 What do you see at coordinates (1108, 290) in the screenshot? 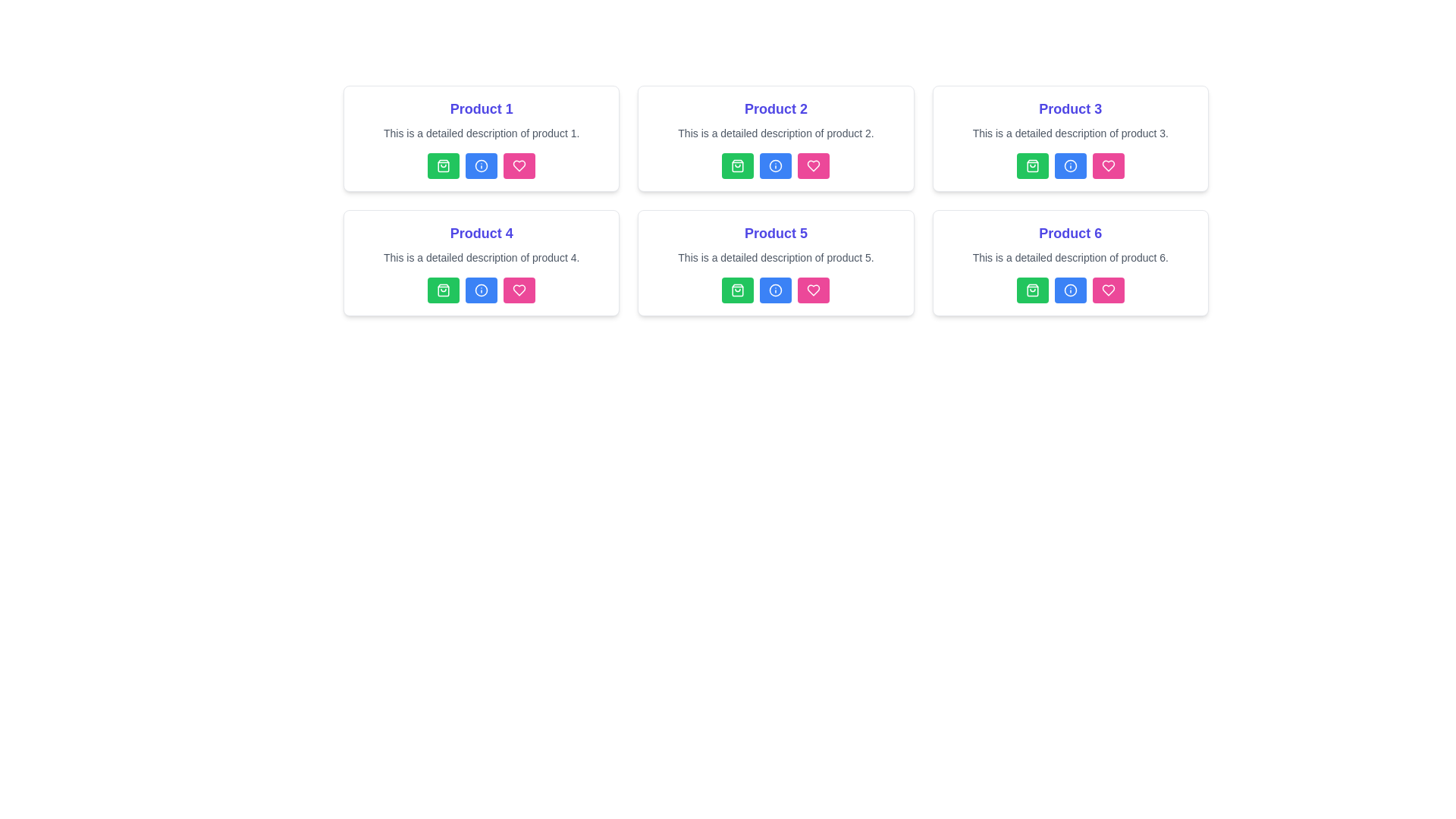
I see `the pink button with a white heart icon to mark 'Product 6' as favorite` at bounding box center [1108, 290].